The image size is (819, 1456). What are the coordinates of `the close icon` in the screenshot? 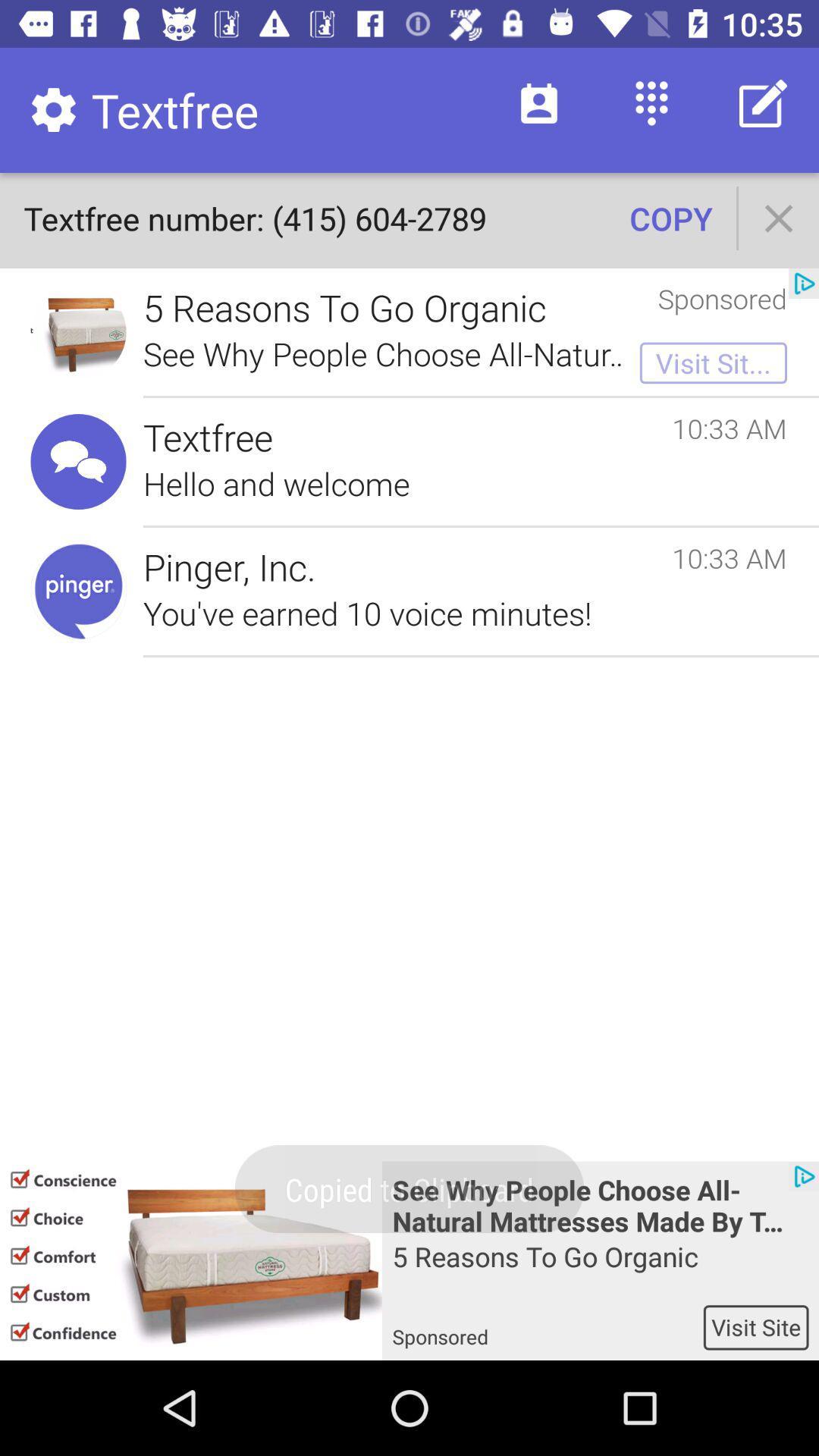 It's located at (779, 218).